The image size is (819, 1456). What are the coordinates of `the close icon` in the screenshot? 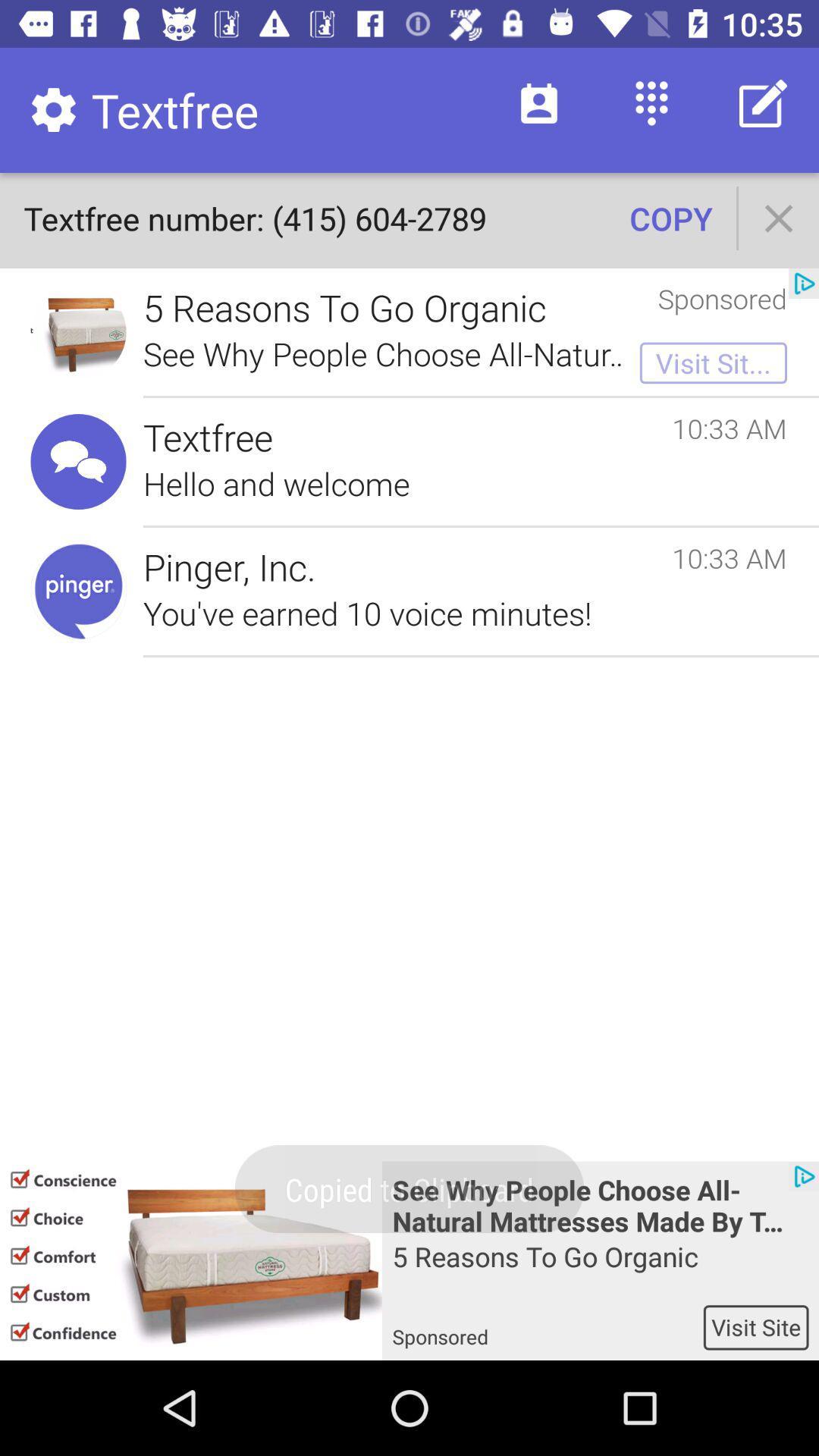 It's located at (779, 218).